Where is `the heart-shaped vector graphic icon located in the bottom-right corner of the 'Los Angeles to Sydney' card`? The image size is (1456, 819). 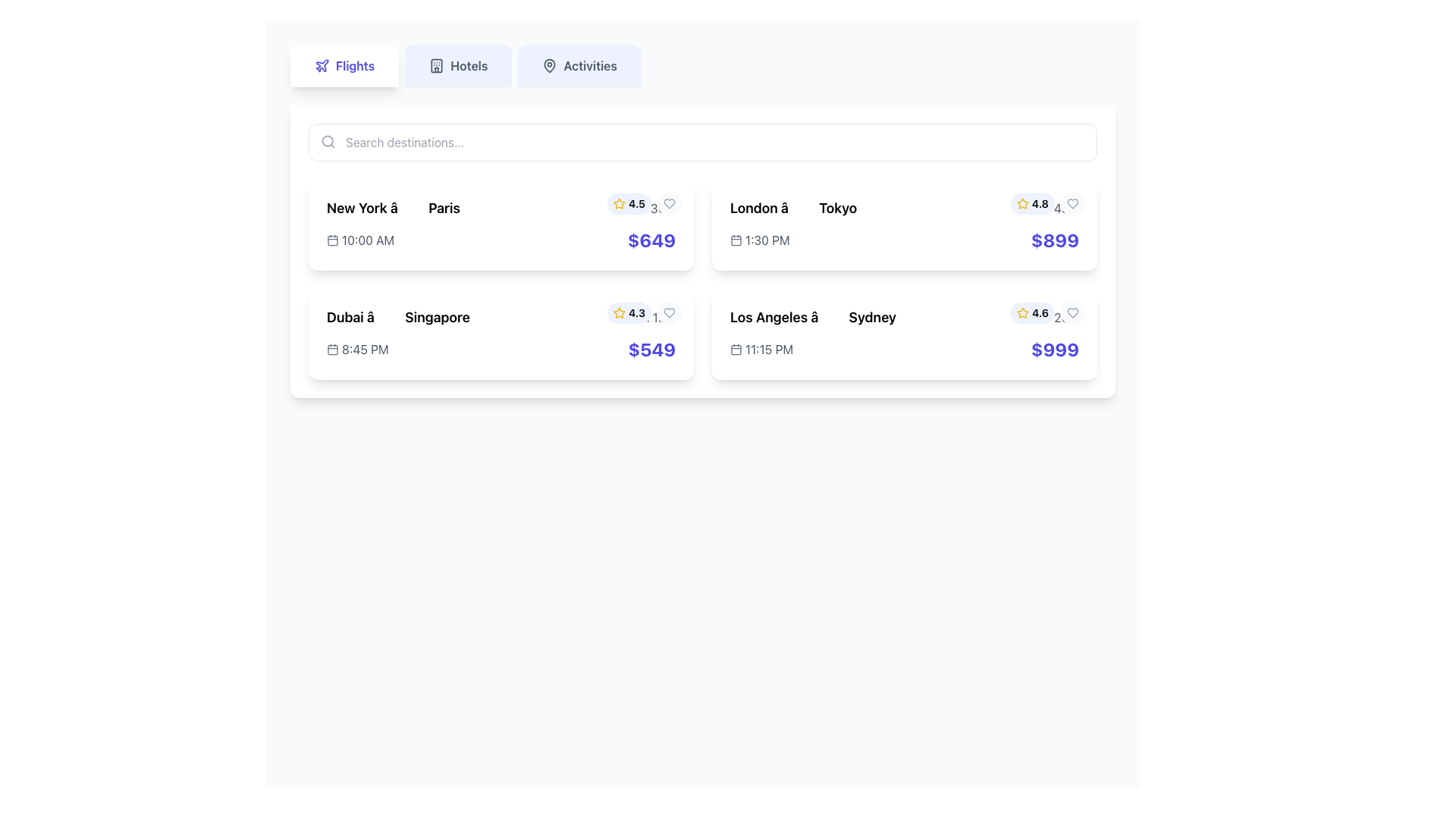
the heart-shaped vector graphic icon located in the bottom-right corner of the 'Los Angeles to Sydney' card is located at coordinates (1072, 312).